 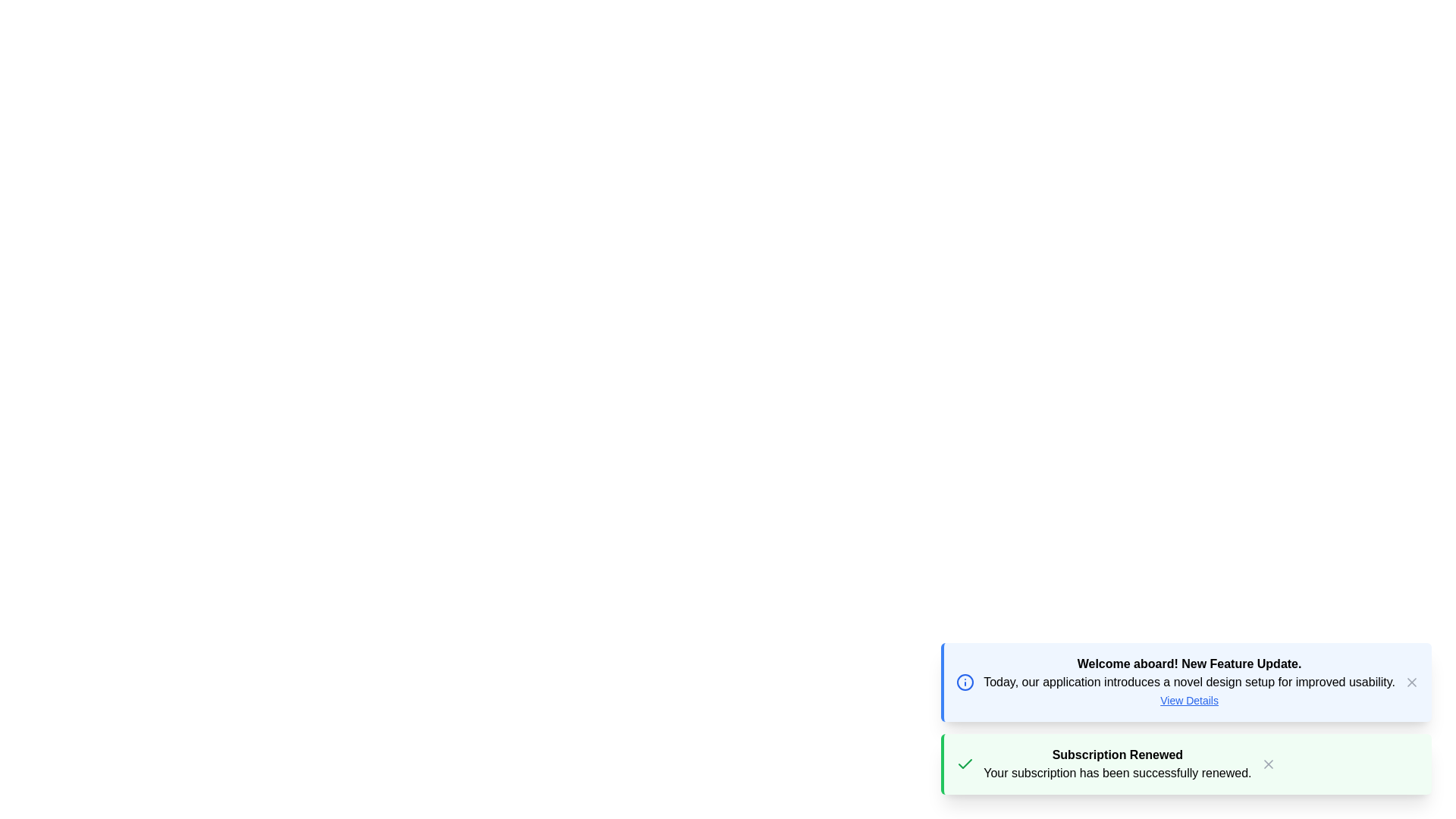 What do you see at coordinates (1188, 701) in the screenshot?
I see `the 'View Details' link in the notification system` at bounding box center [1188, 701].